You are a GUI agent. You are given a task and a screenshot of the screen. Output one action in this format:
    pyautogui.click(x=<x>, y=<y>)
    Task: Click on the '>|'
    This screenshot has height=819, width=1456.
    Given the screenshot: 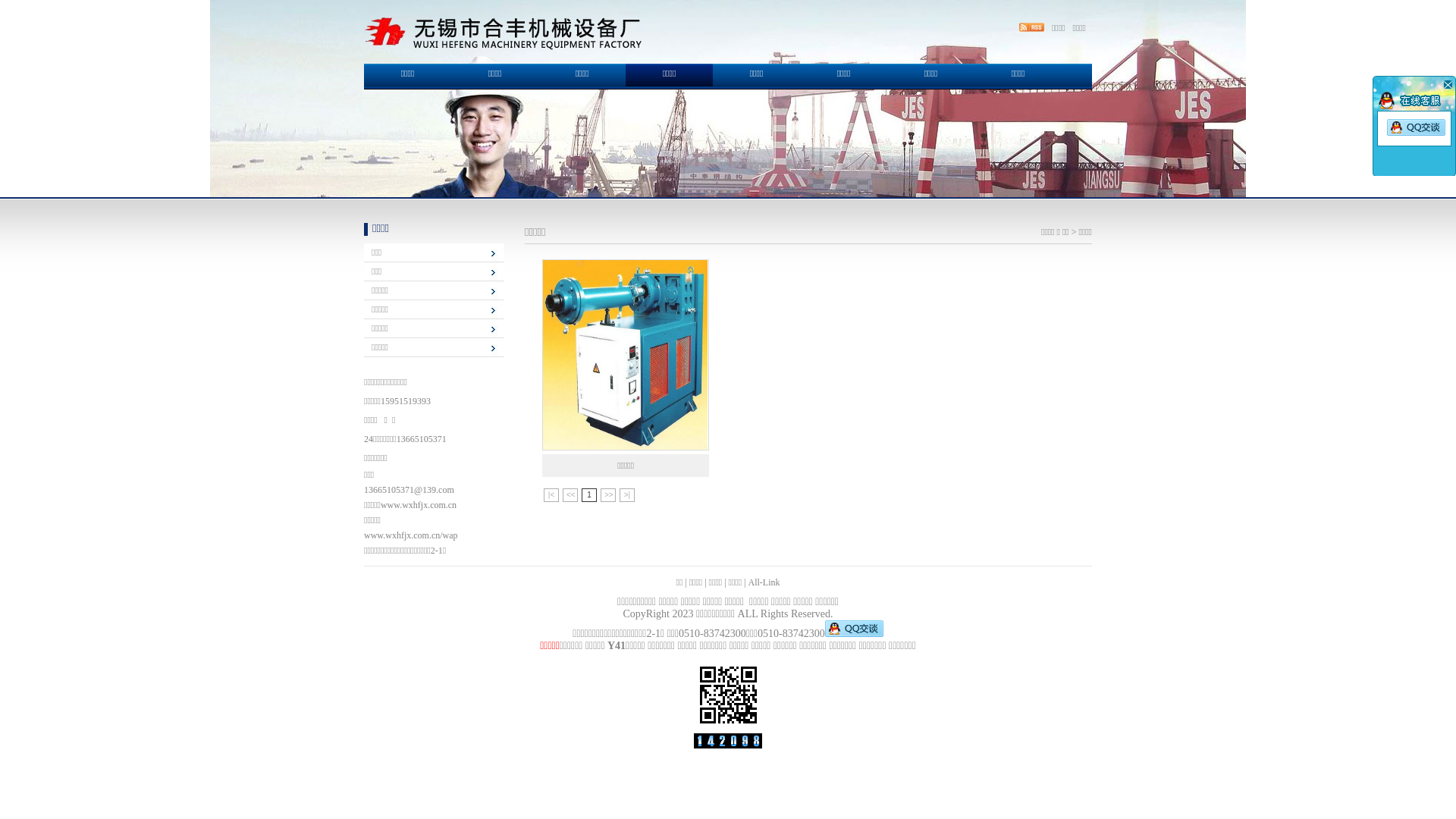 What is the action you would take?
    pyautogui.click(x=626, y=494)
    